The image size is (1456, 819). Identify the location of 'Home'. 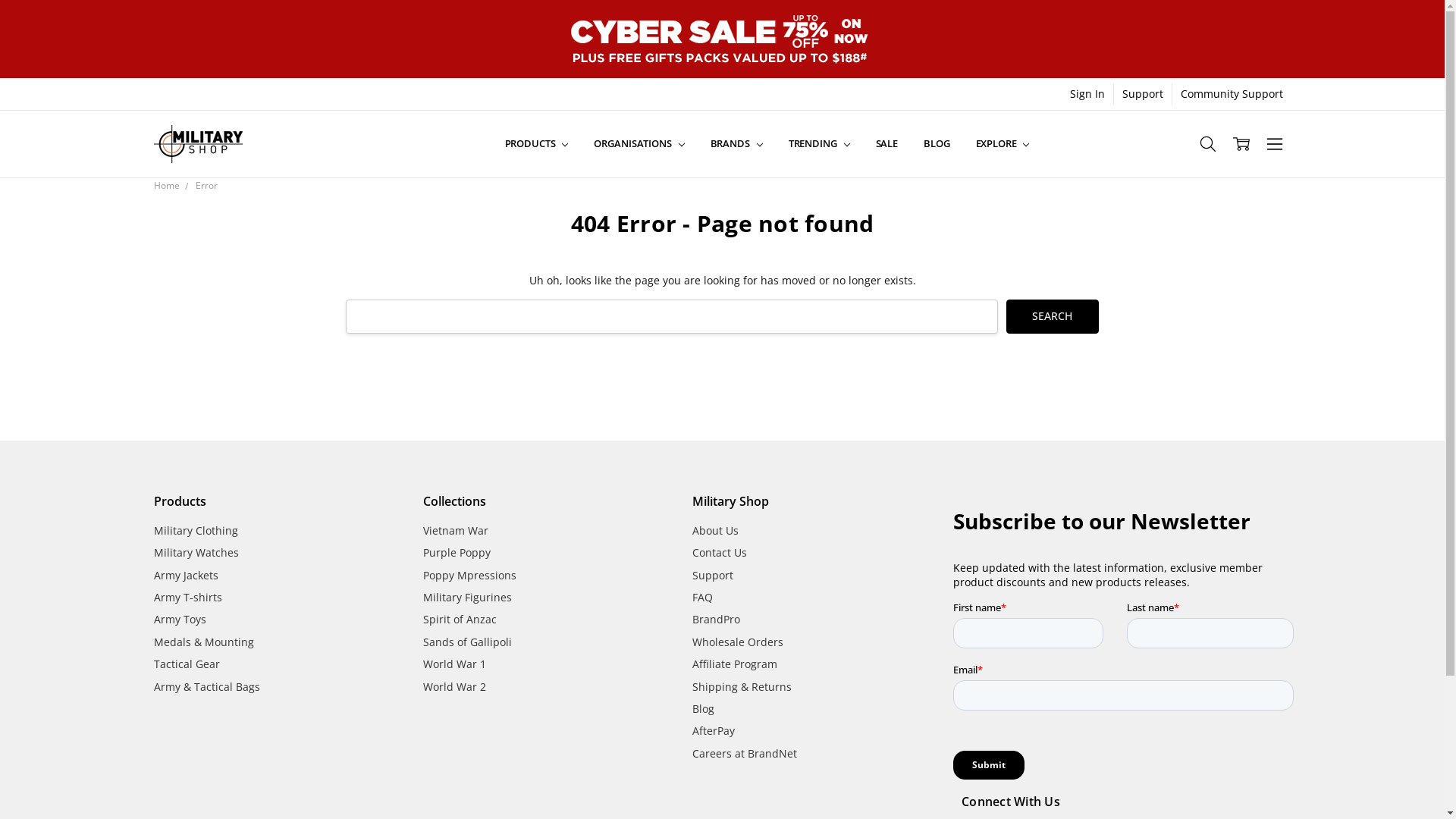
(166, 184).